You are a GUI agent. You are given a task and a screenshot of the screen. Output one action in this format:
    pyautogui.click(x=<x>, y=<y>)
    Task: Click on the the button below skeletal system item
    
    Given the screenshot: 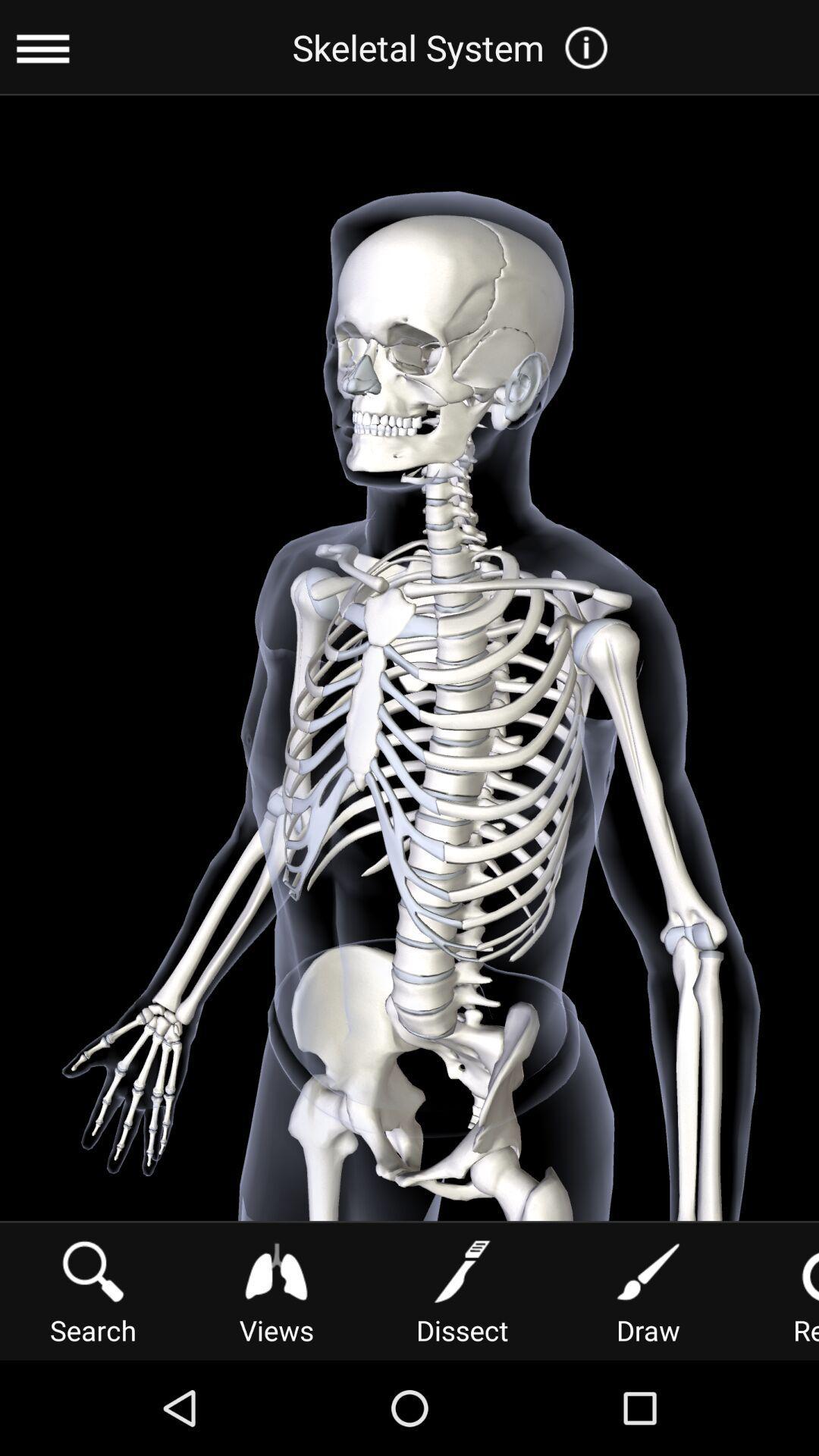 What is the action you would take?
    pyautogui.click(x=461, y=1289)
    